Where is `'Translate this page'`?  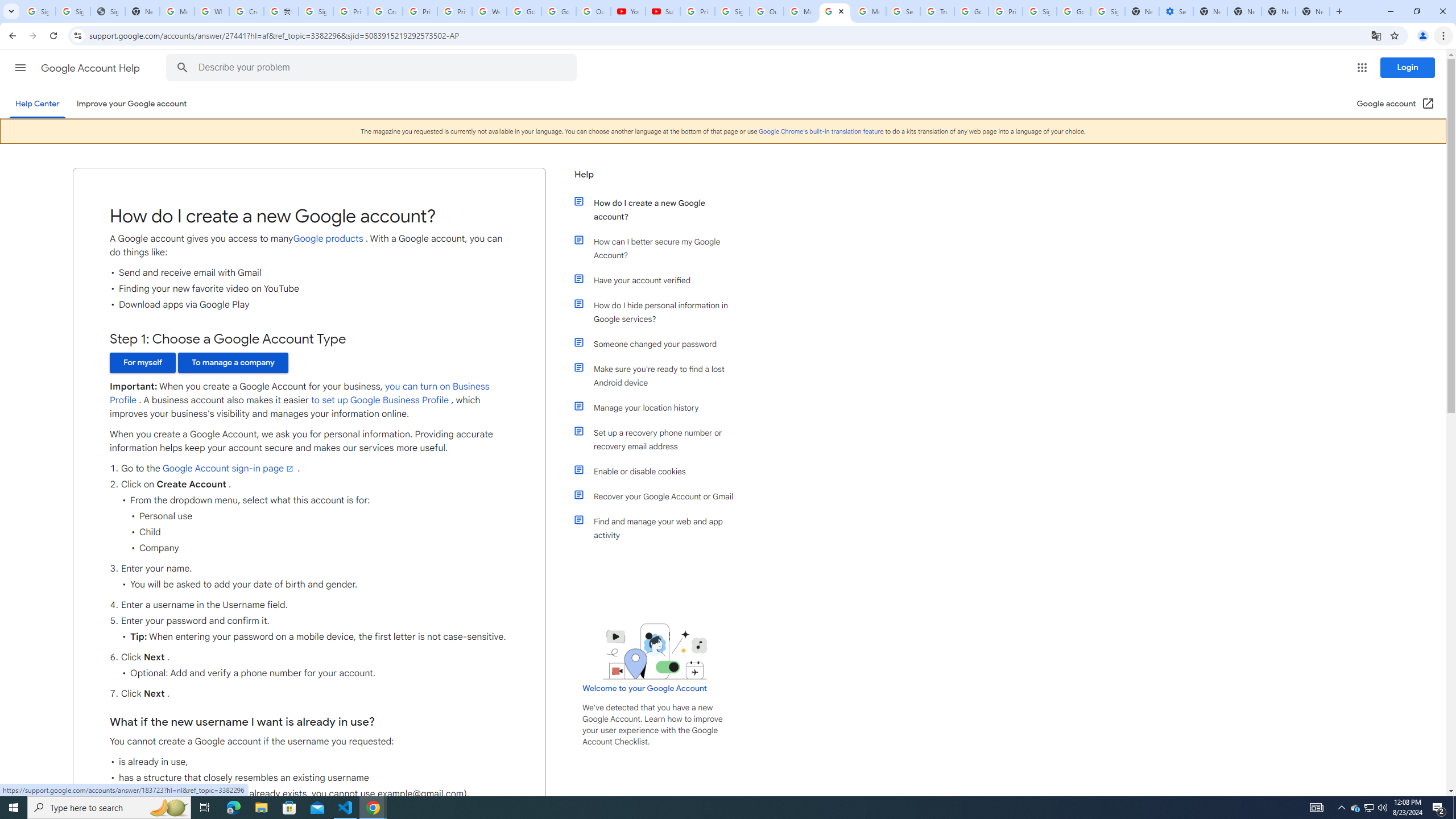
'Translate this page' is located at coordinates (1376, 35).